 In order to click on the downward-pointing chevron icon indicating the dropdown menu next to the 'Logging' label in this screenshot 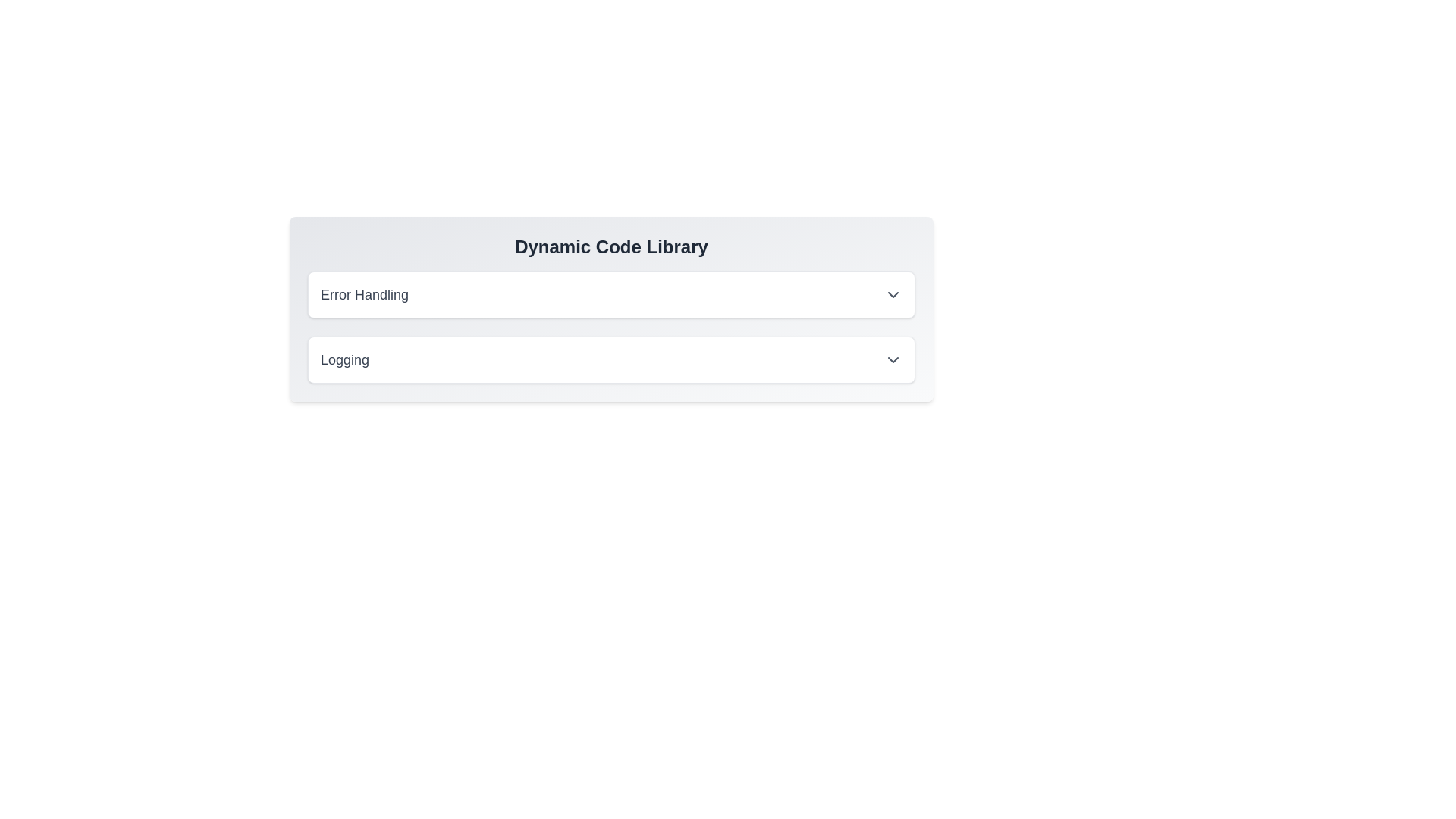, I will do `click(893, 359)`.